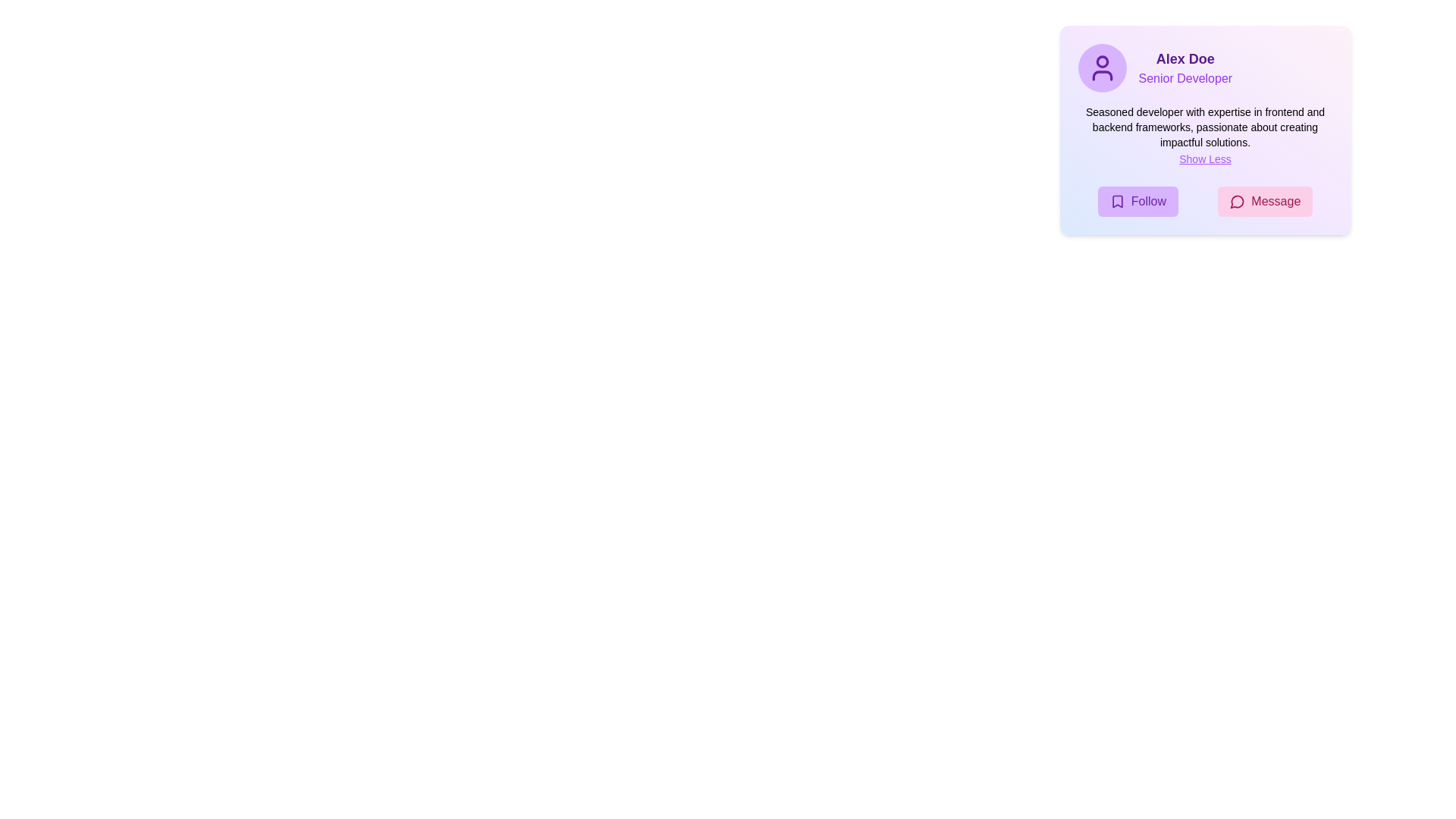 Image resolution: width=1456 pixels, height=819 pixels. What do you see at coordinates (1102, 61) in the screenshot?
I see `the user's head graphic element in the profile icon located at the top-left corner of the user card` at bounding box center [1102, 61].